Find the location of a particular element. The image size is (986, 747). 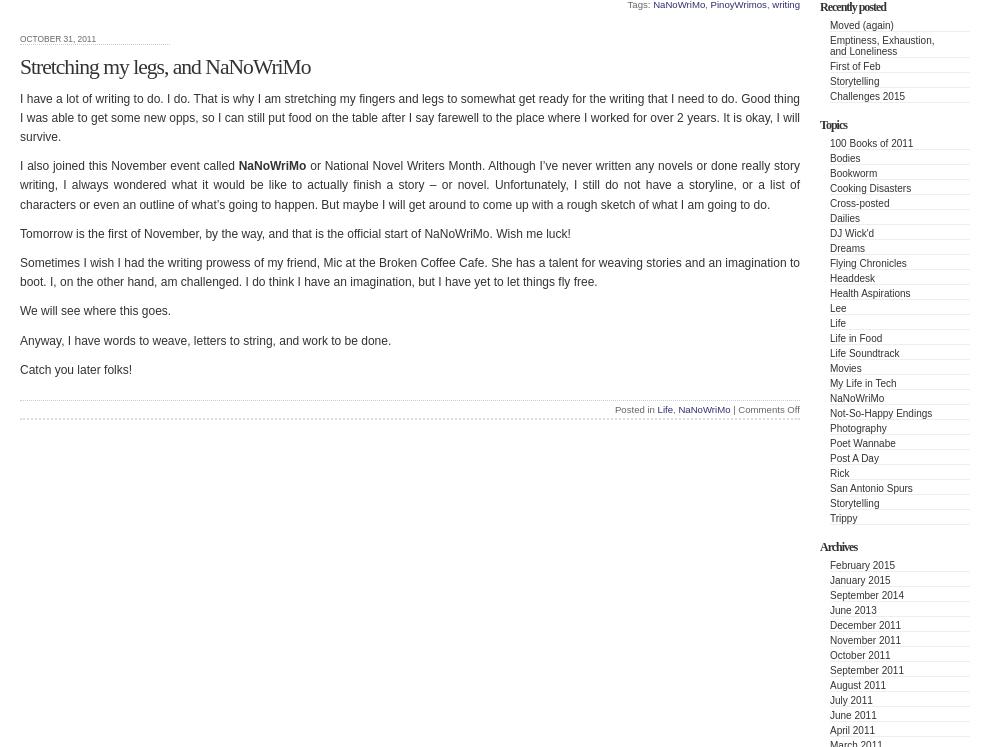

'Anyway, I have words to weave, letters to string, and work to be done.' is located at coordinates (204, 340).